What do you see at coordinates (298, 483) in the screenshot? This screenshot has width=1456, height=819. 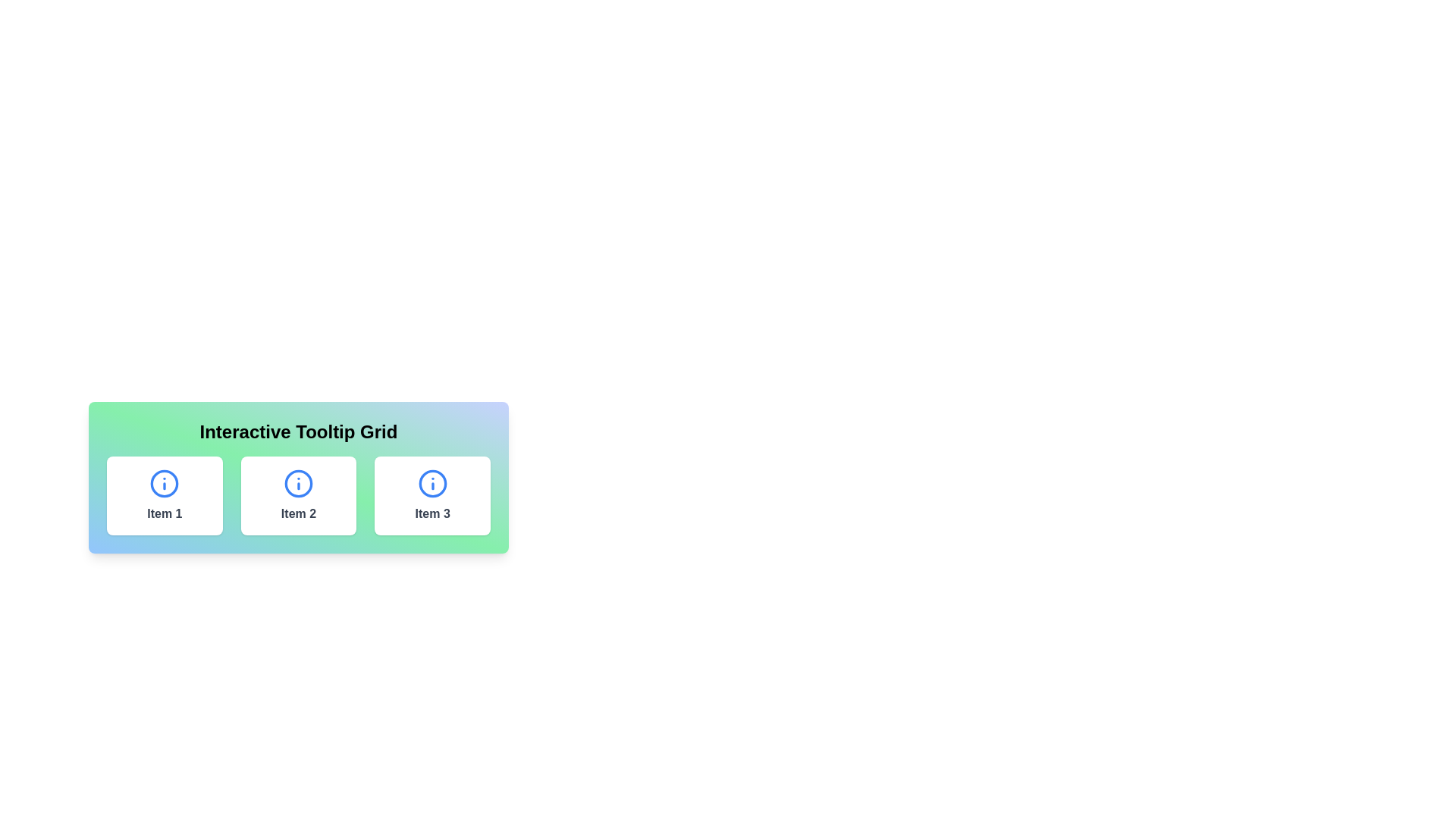 I see `the central circle icon labeled 'Item 2' in the tooltip grid interface` at bounding box center [298, 483].